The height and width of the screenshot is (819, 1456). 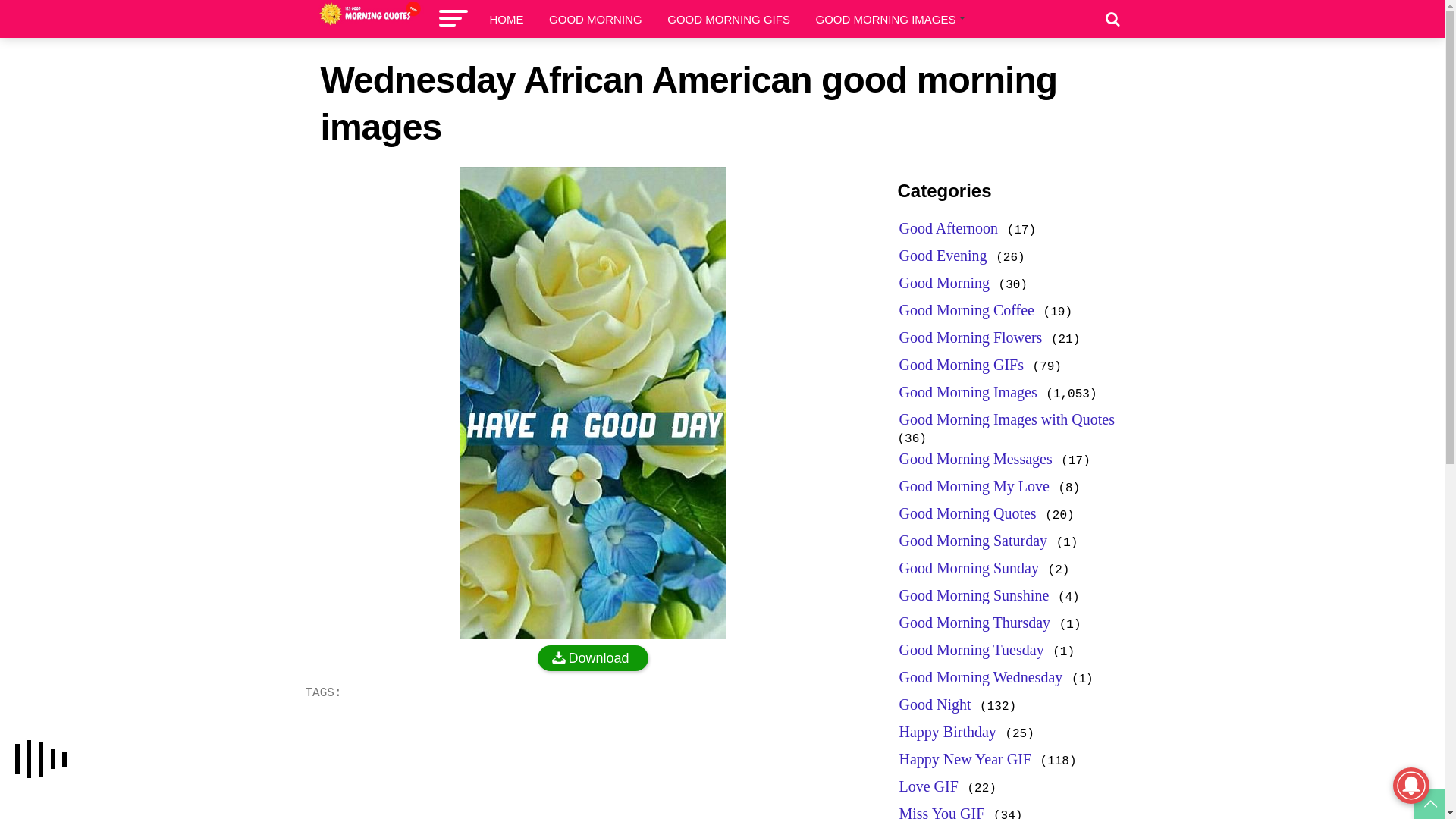 What do you see at coordinates (927, 786) in the screenshot?
I see `'Love GIF'` at bounding box center [927, 786].